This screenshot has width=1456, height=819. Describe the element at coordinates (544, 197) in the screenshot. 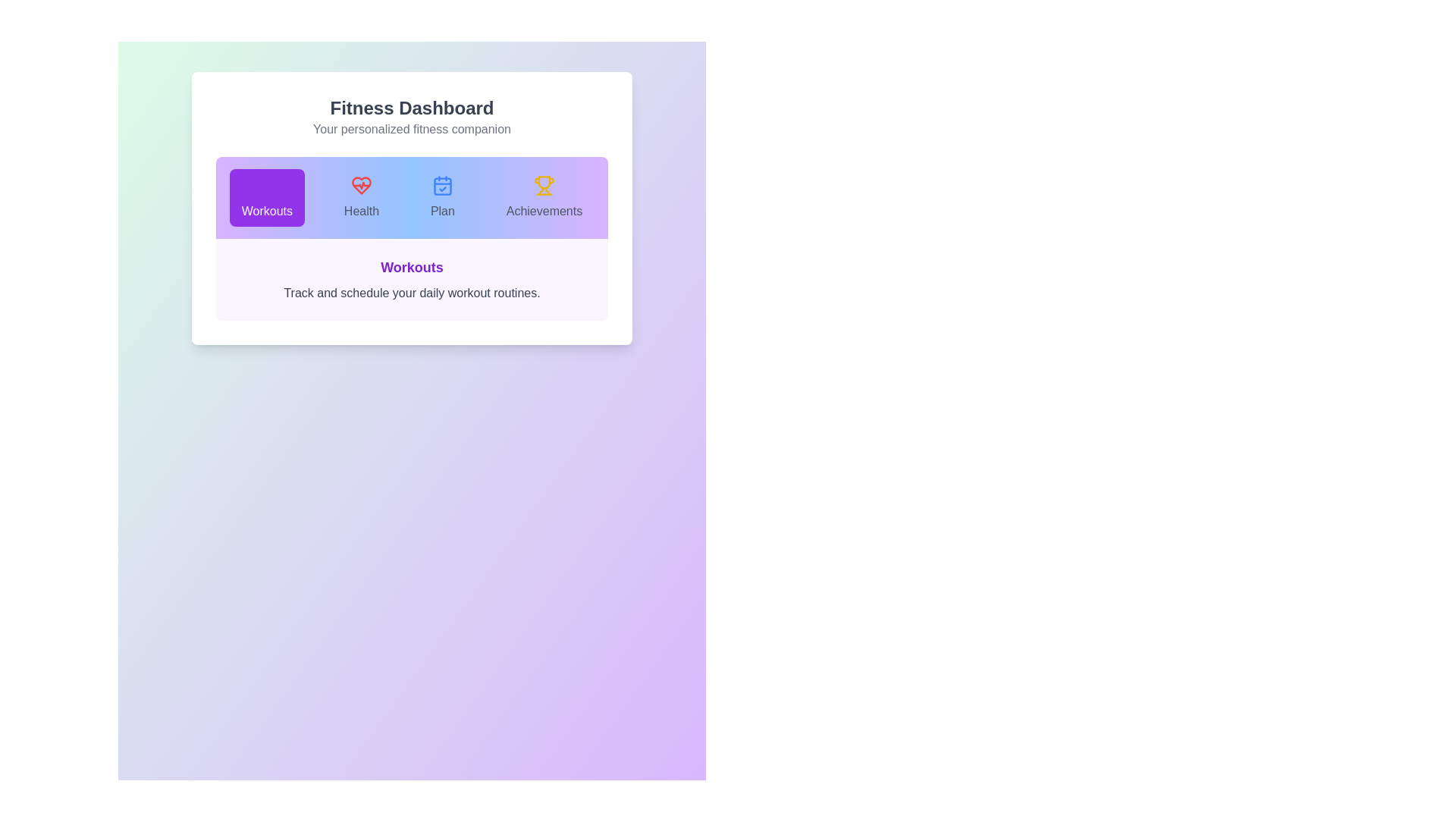

I see `the 'Achievements' tab to select it` at that location.